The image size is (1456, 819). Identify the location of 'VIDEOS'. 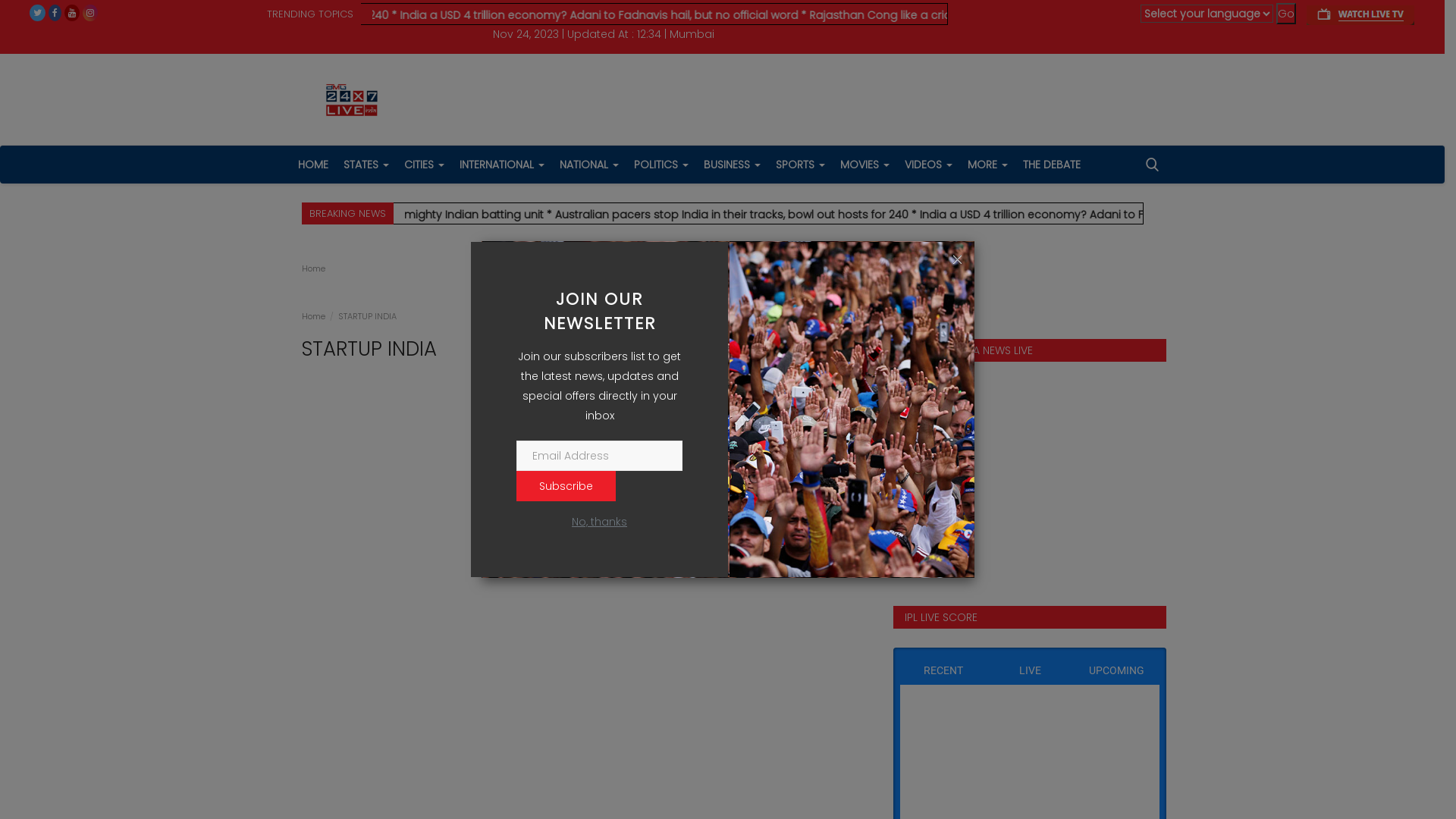
(896, 164).